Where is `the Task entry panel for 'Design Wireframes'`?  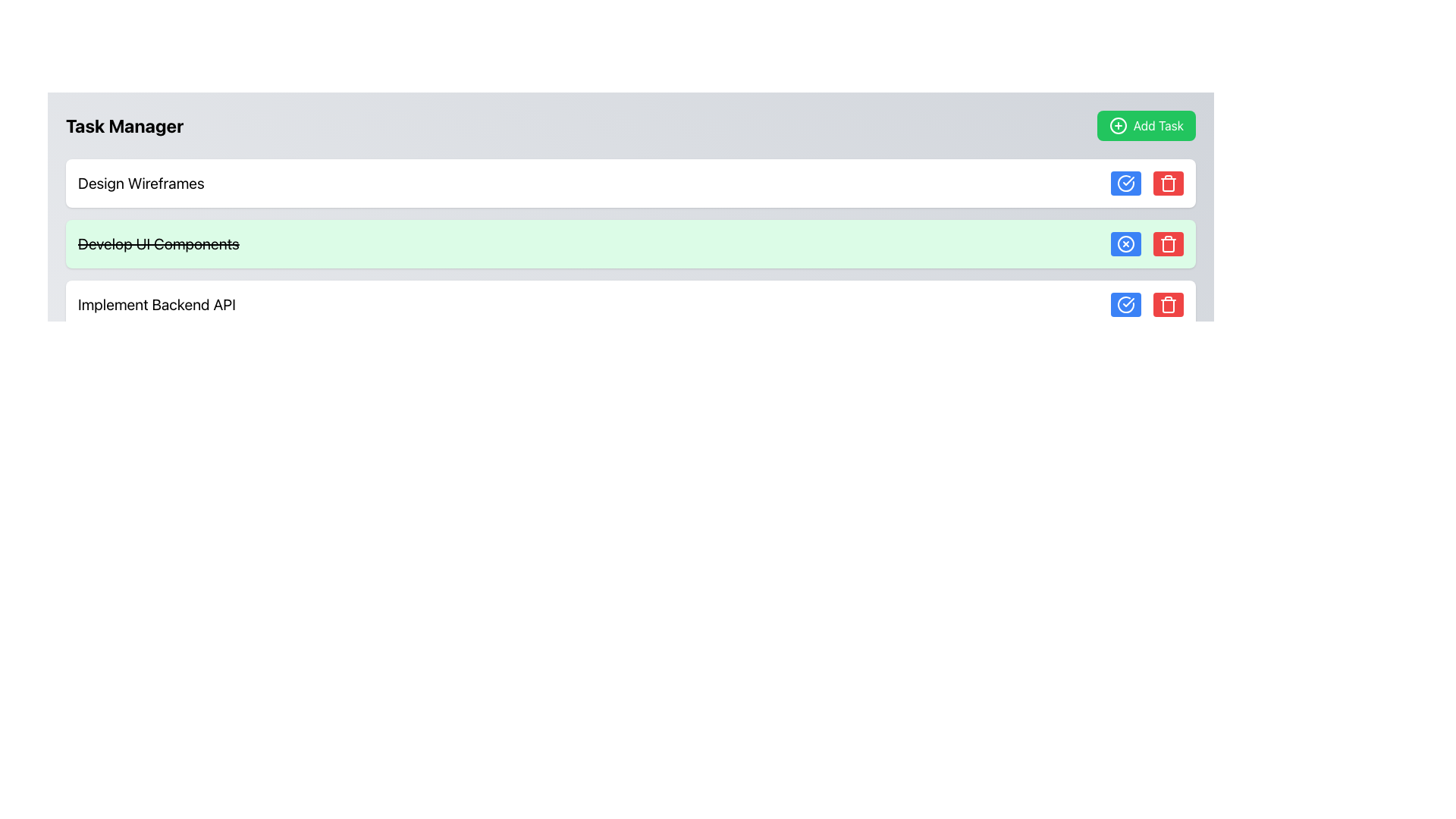 the Task entry panel for 'Design Wireframes' is located at coordinates (630, 183).